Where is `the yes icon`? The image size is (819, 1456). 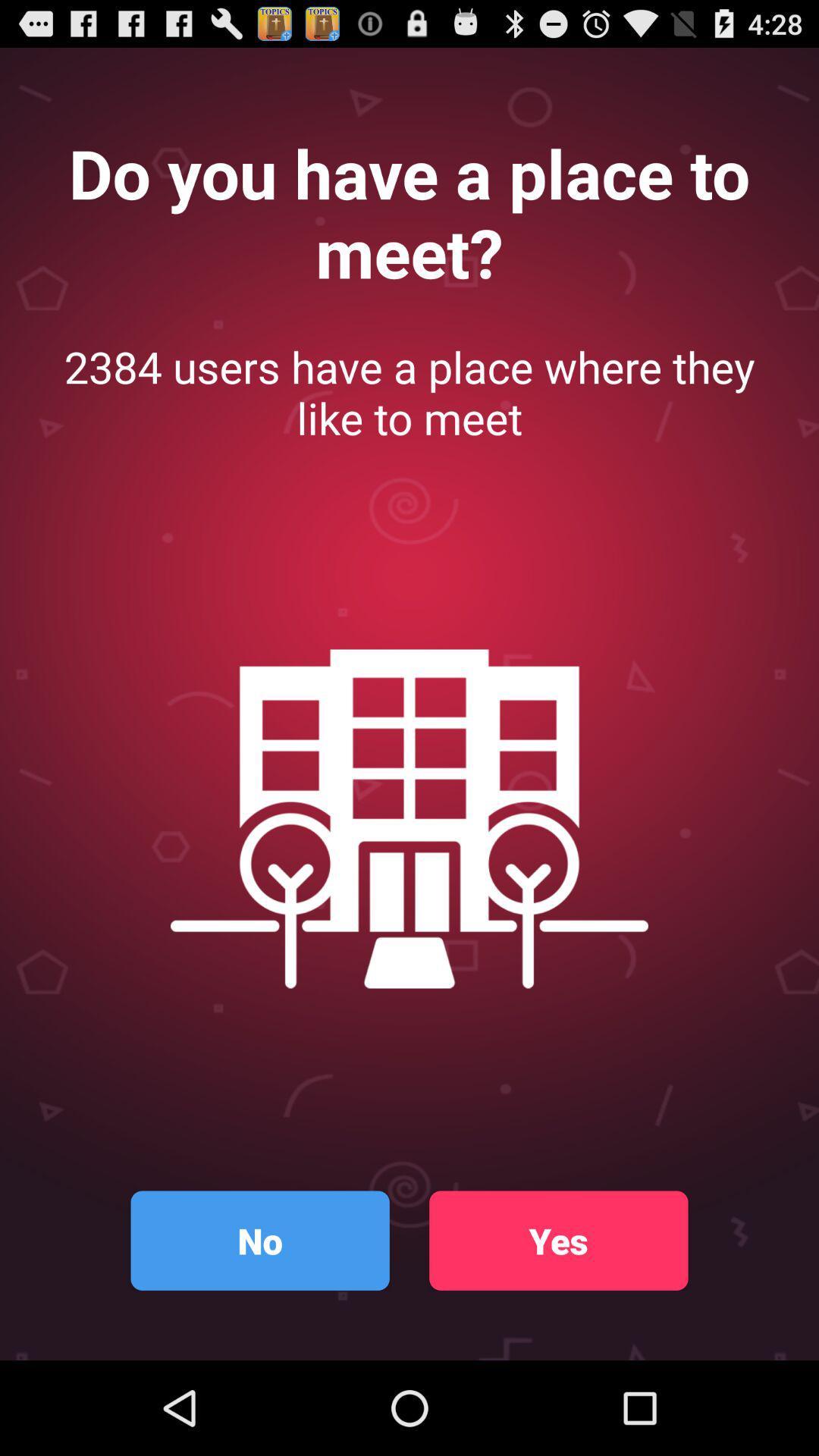
the yes icon is located at coordinates (558, 1241).